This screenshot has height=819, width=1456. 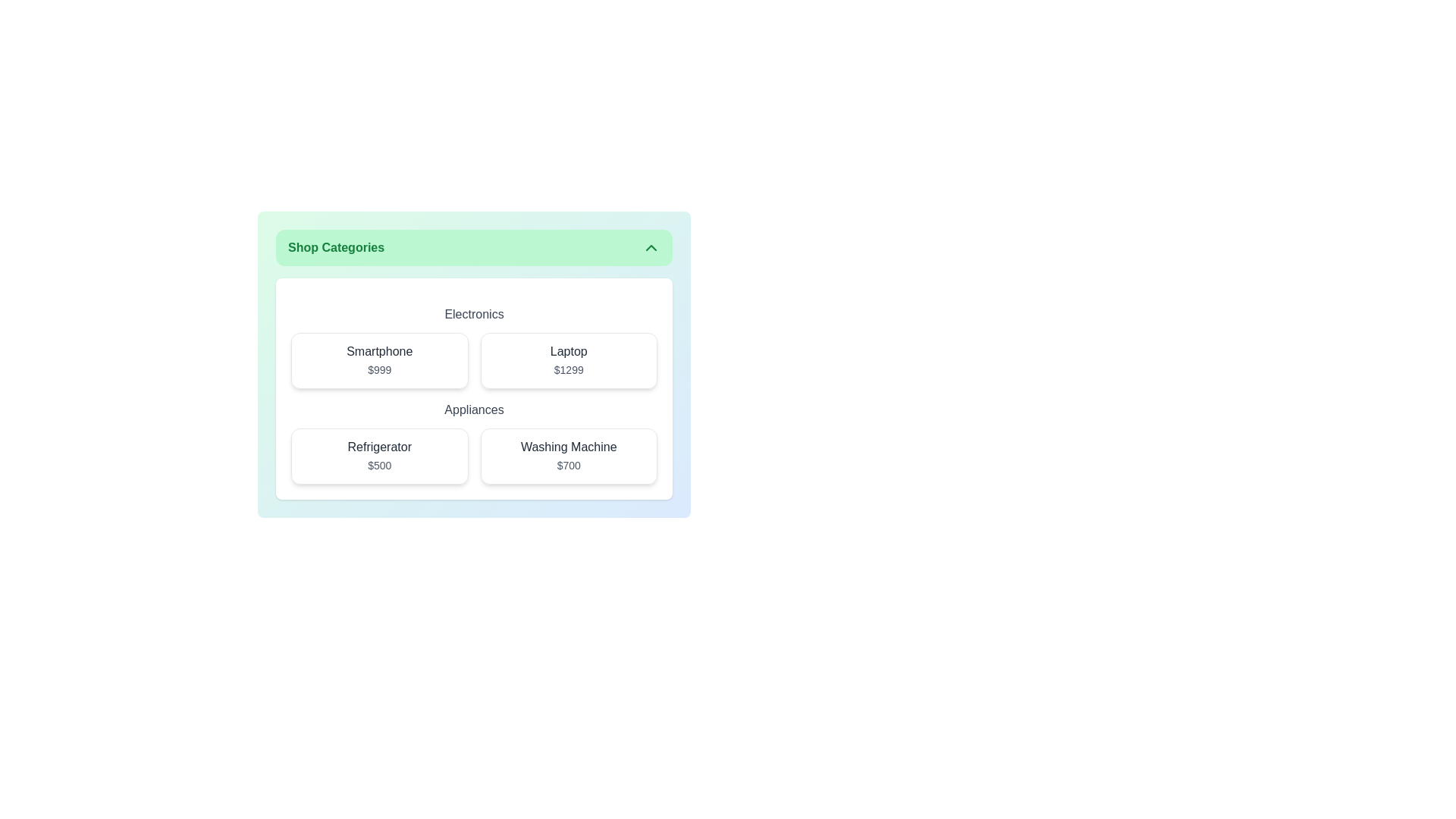 What do you see at coordinates (651, 247) in the screenshot?
I see `the upward-pointing chevron icon in the top-right corner of the green header labeled 'Shop Categories'` at bounding box center [651, 247].